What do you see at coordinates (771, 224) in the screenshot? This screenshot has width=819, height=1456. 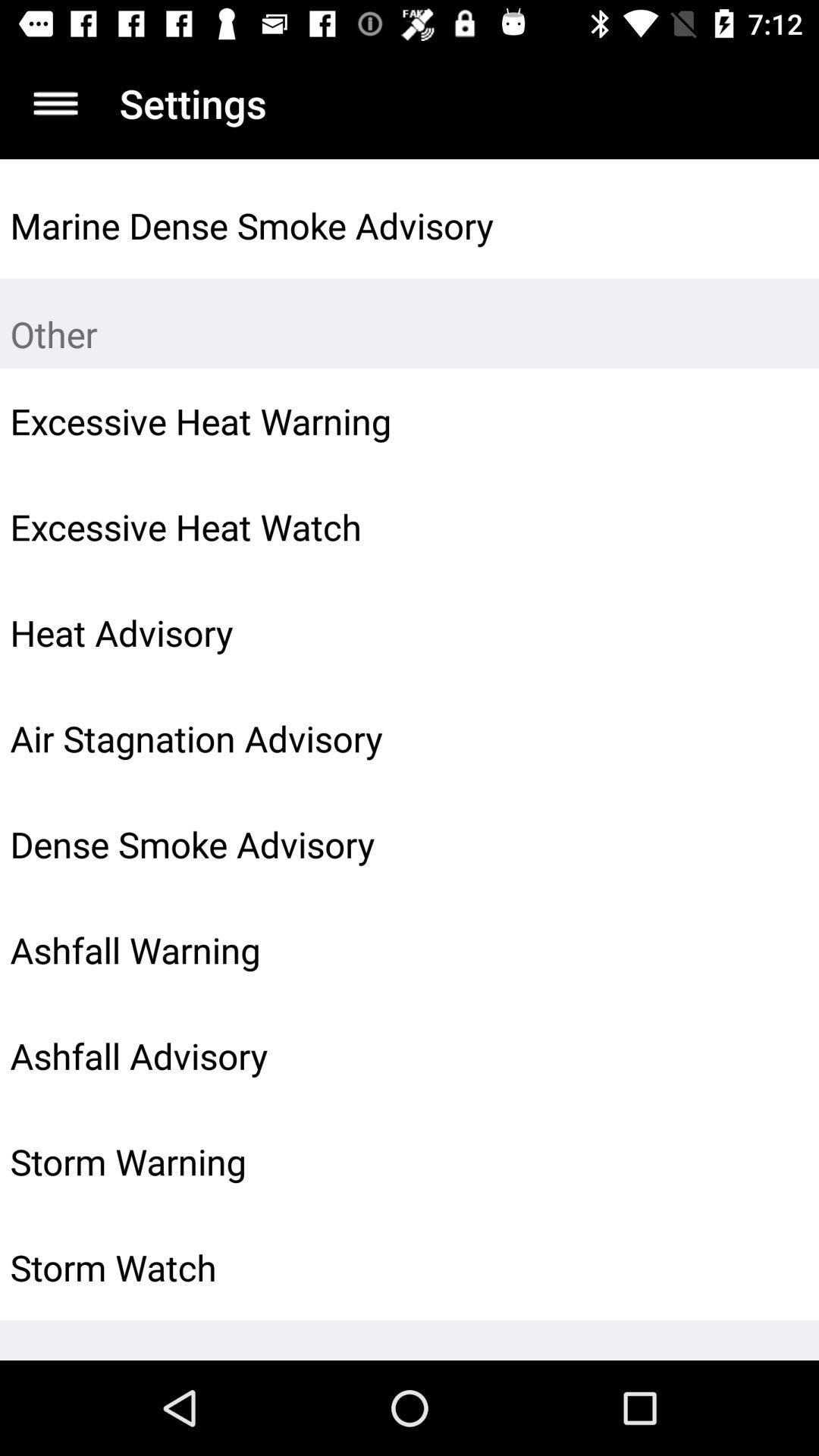 I see `icon to the right of marine dense smoke` at bounding box center [771, 224].